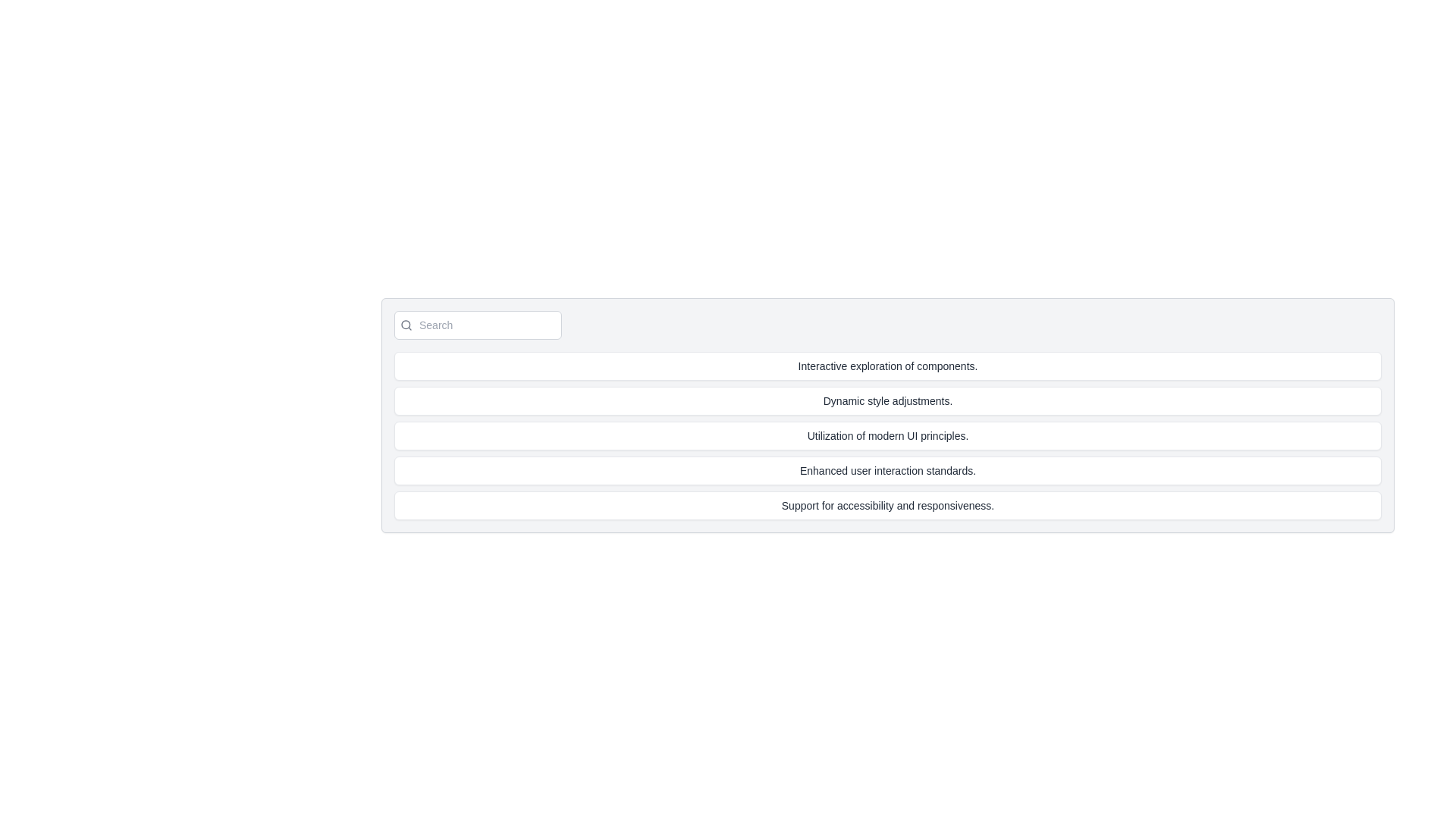 This screenshot has width=1456, height=819. Describe the element at coordinates (864, 470) in the screenshot. I see `the static text element that is the 23rd character in the string 'Enhanced user interaction standards.'` at that location.